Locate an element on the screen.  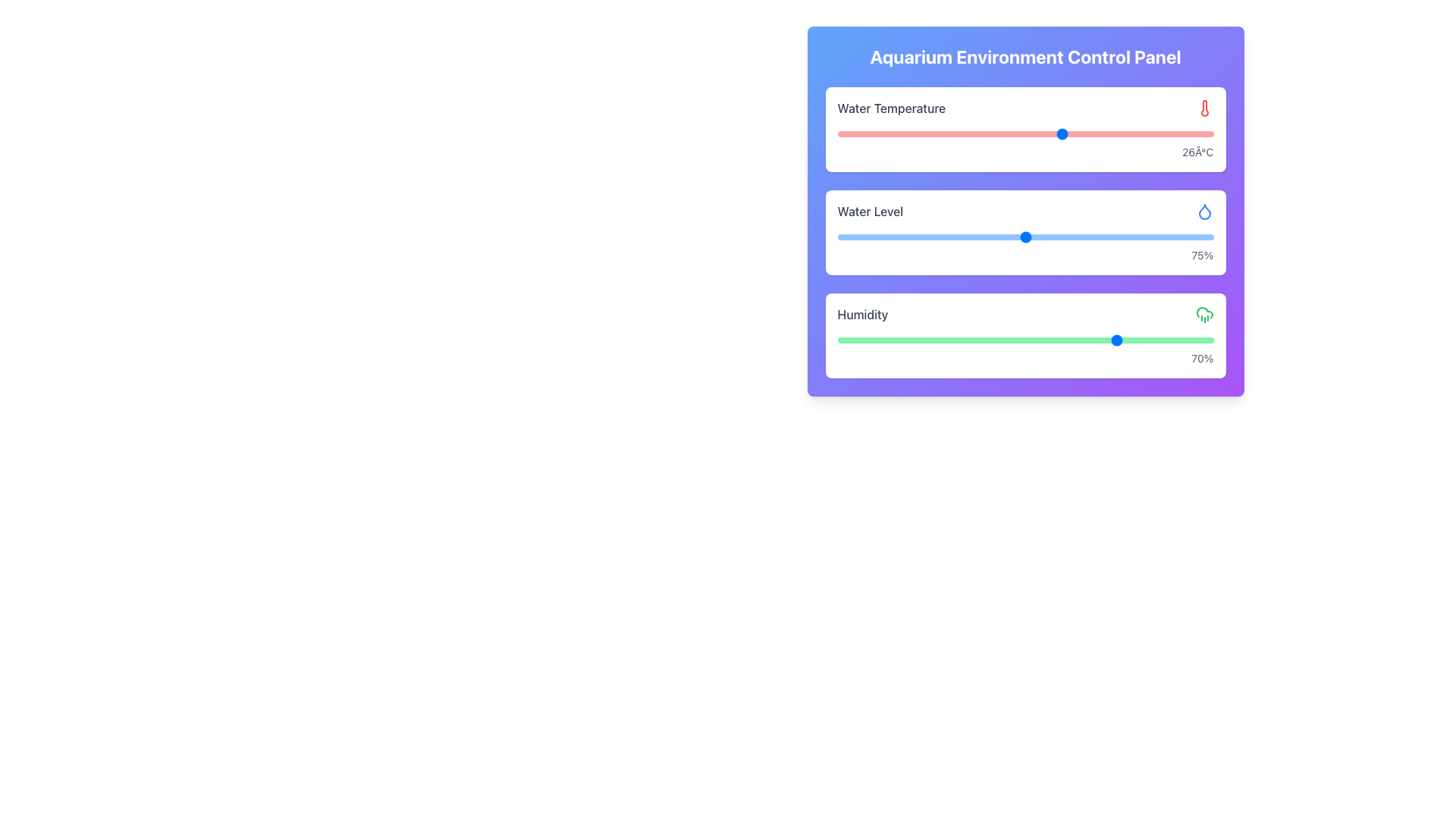
the green cloud icon with rain droplets located at the far right of the 'Humidity' section in the 'Aquarium Environment Control Panel' is located at coordinates (1203, 314).